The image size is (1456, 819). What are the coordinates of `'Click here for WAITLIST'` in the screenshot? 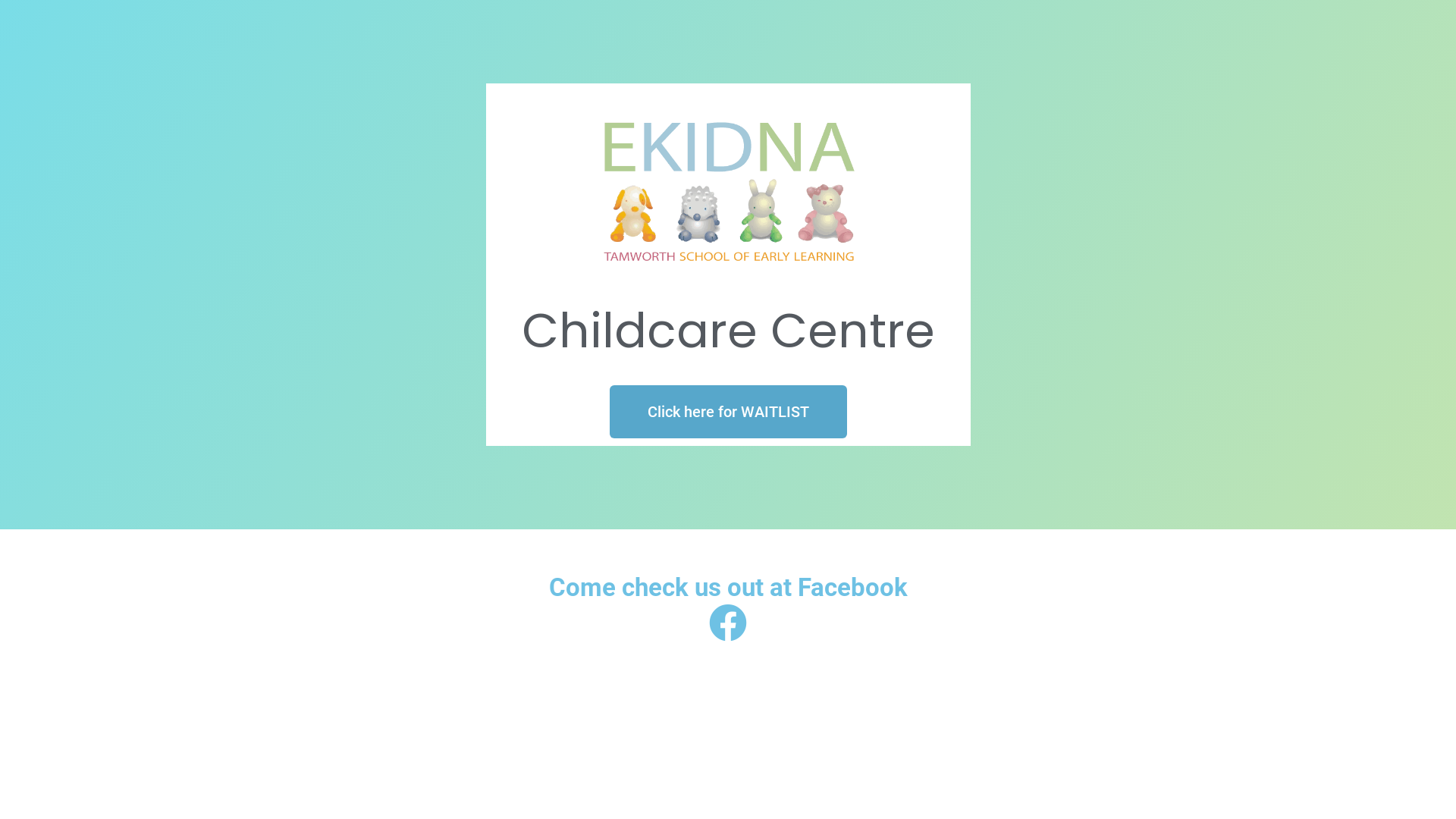 It's located at (728, 412).